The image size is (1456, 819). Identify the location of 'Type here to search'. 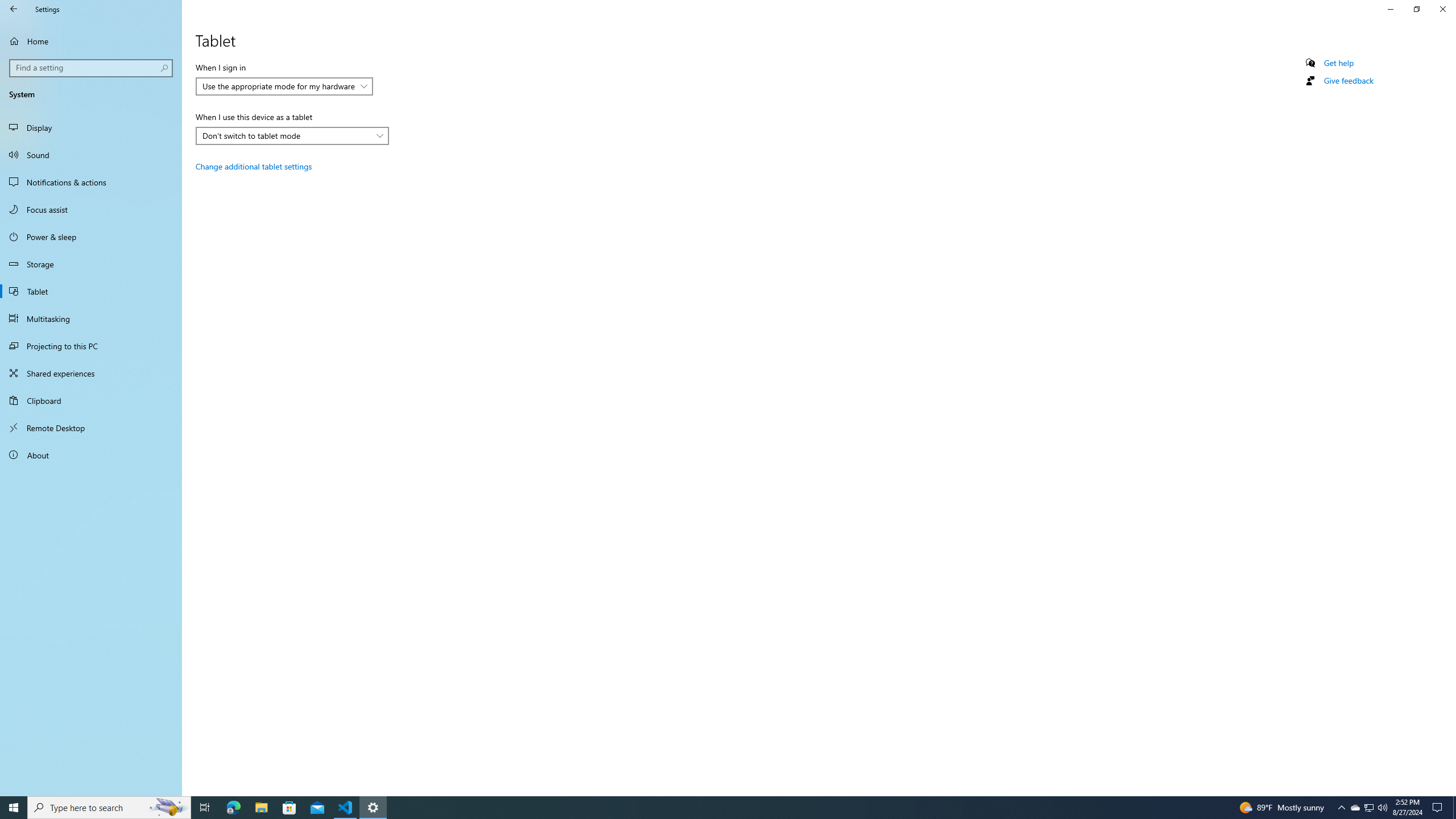
(109, 806).